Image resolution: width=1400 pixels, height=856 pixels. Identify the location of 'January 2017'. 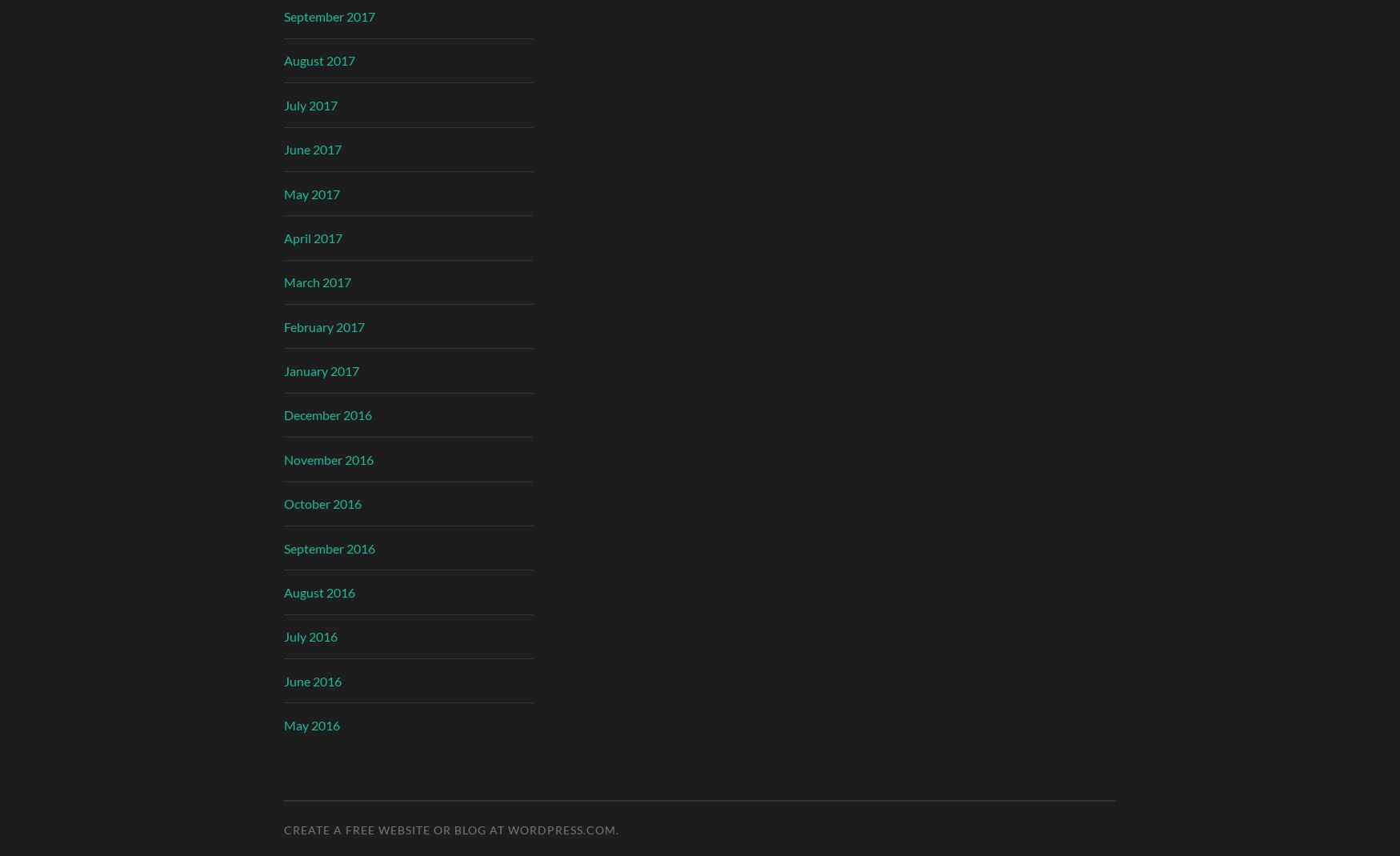
(320, 370).